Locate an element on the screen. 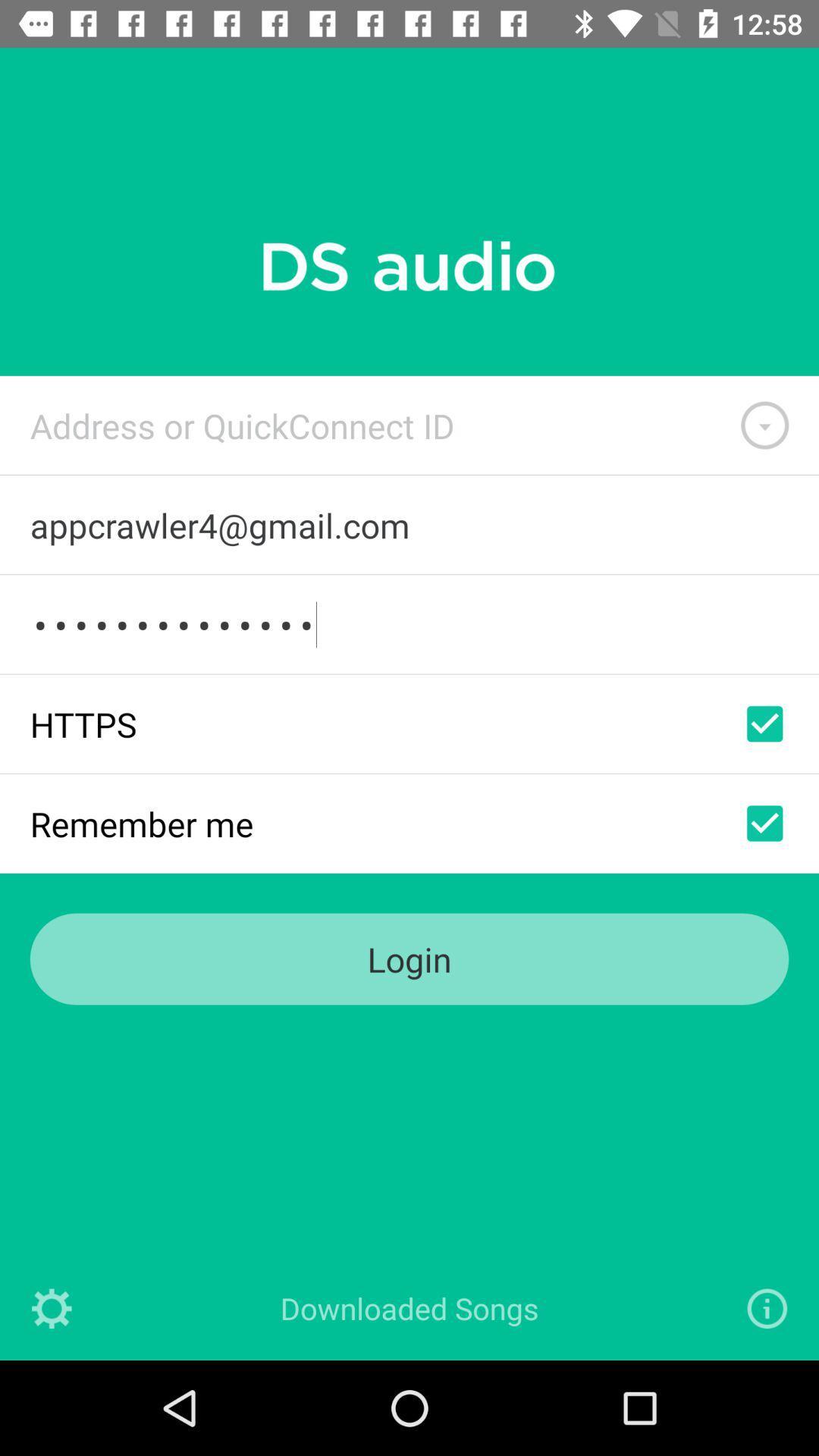  https off is located at coordinates (764, 723).